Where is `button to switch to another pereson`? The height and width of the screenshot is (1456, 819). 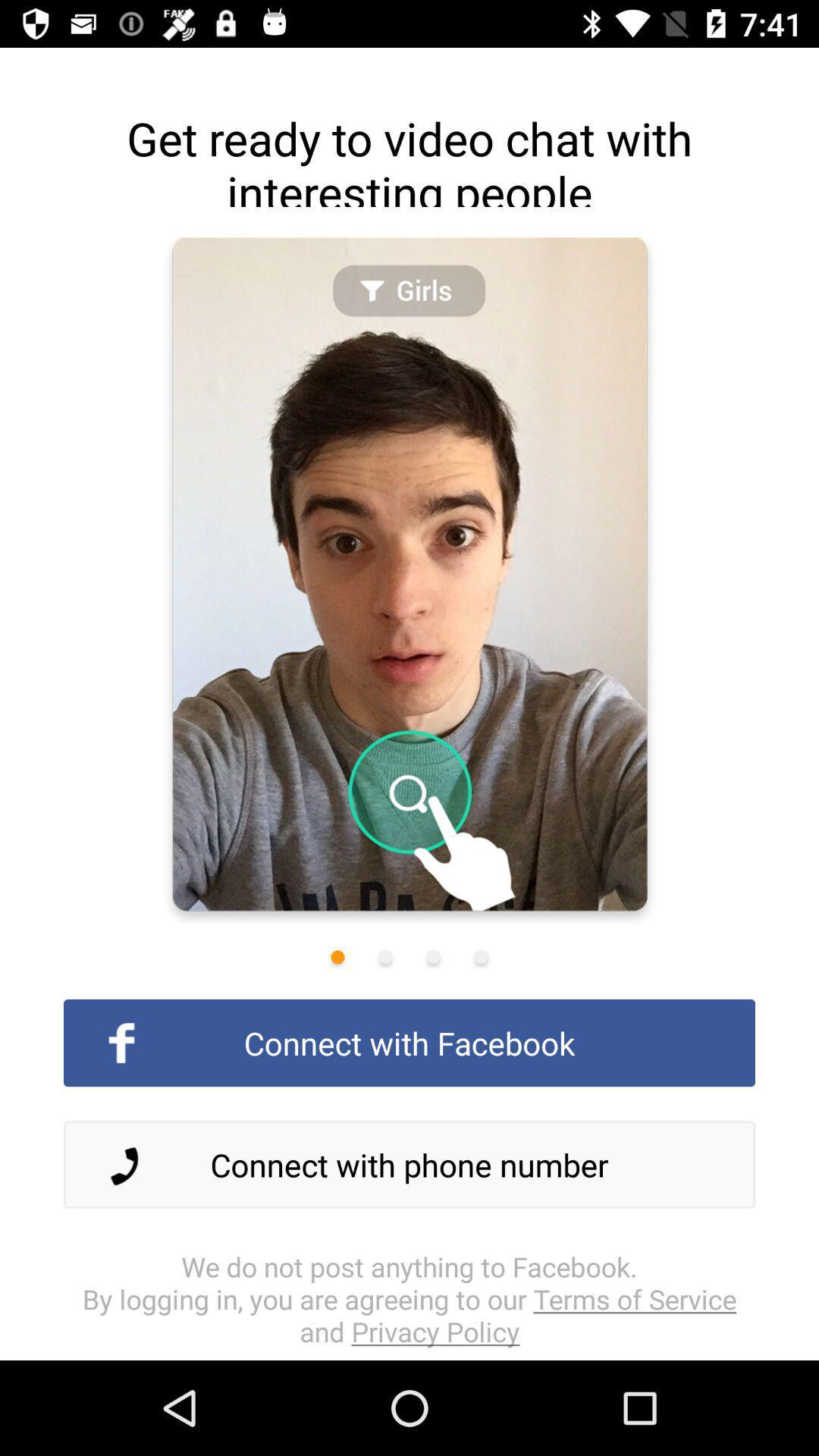 button to switch to another pereson is located at coordinates (433, 956).